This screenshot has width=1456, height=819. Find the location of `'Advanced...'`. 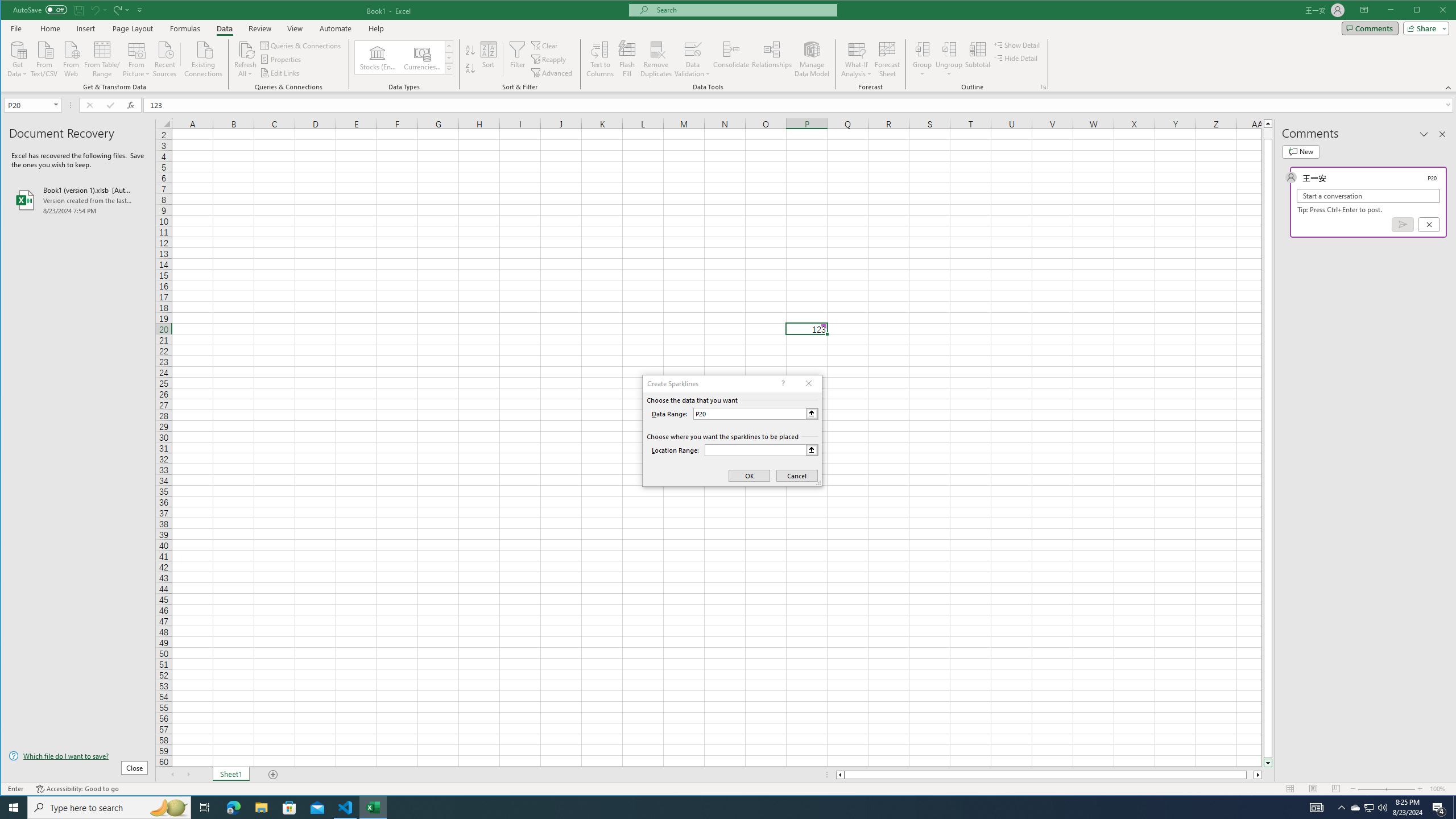

'Advanced...' is located at coordinates (552, 72).